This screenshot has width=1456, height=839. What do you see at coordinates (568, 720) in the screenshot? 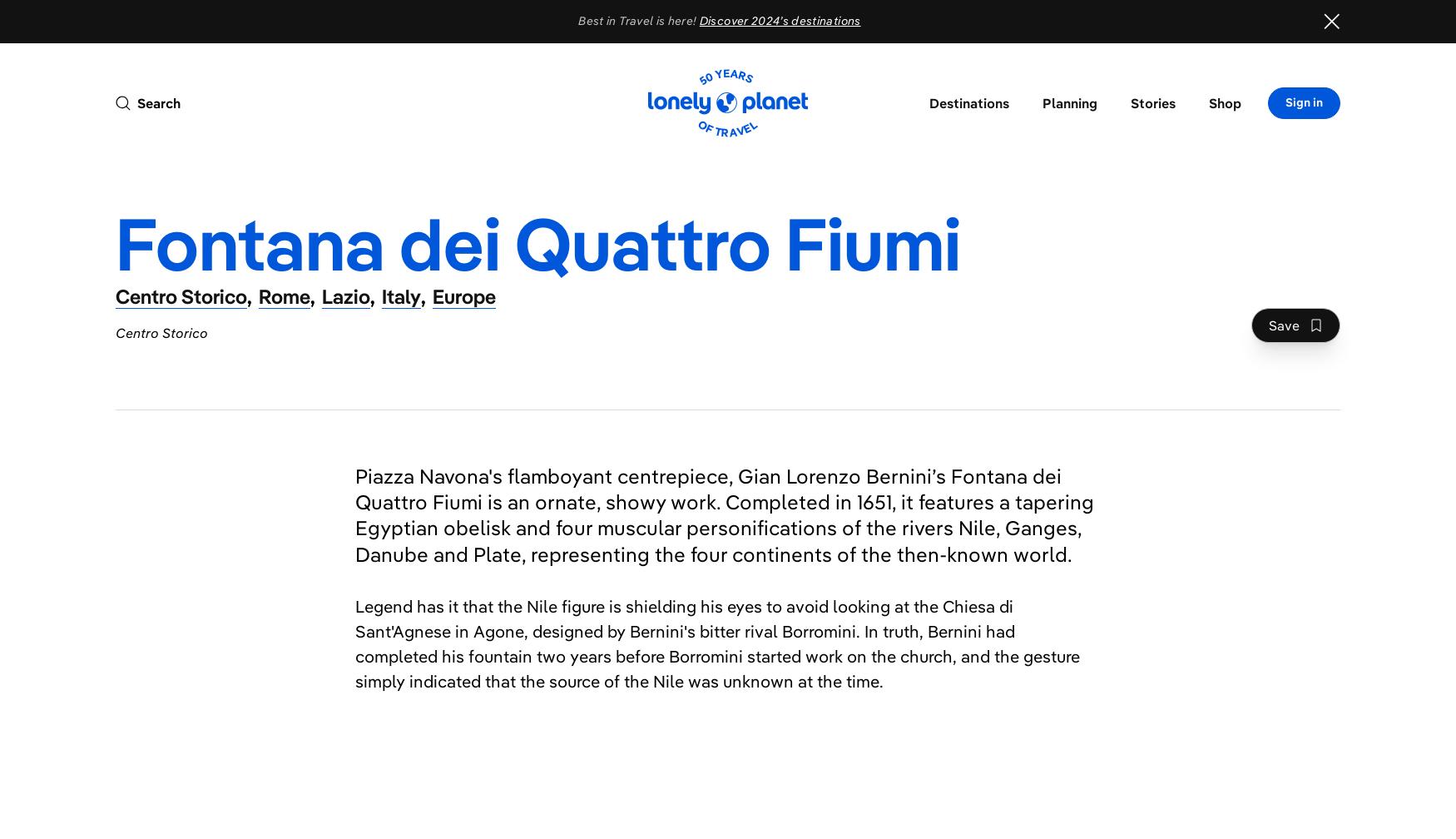
I see `'With its theatrical facade and rich, domed interior, the Chiesa di Sant’Agnese in Agone is typical of Francesco Borromini’s baroque style. The church,…'` at bounding box center [568, 720].